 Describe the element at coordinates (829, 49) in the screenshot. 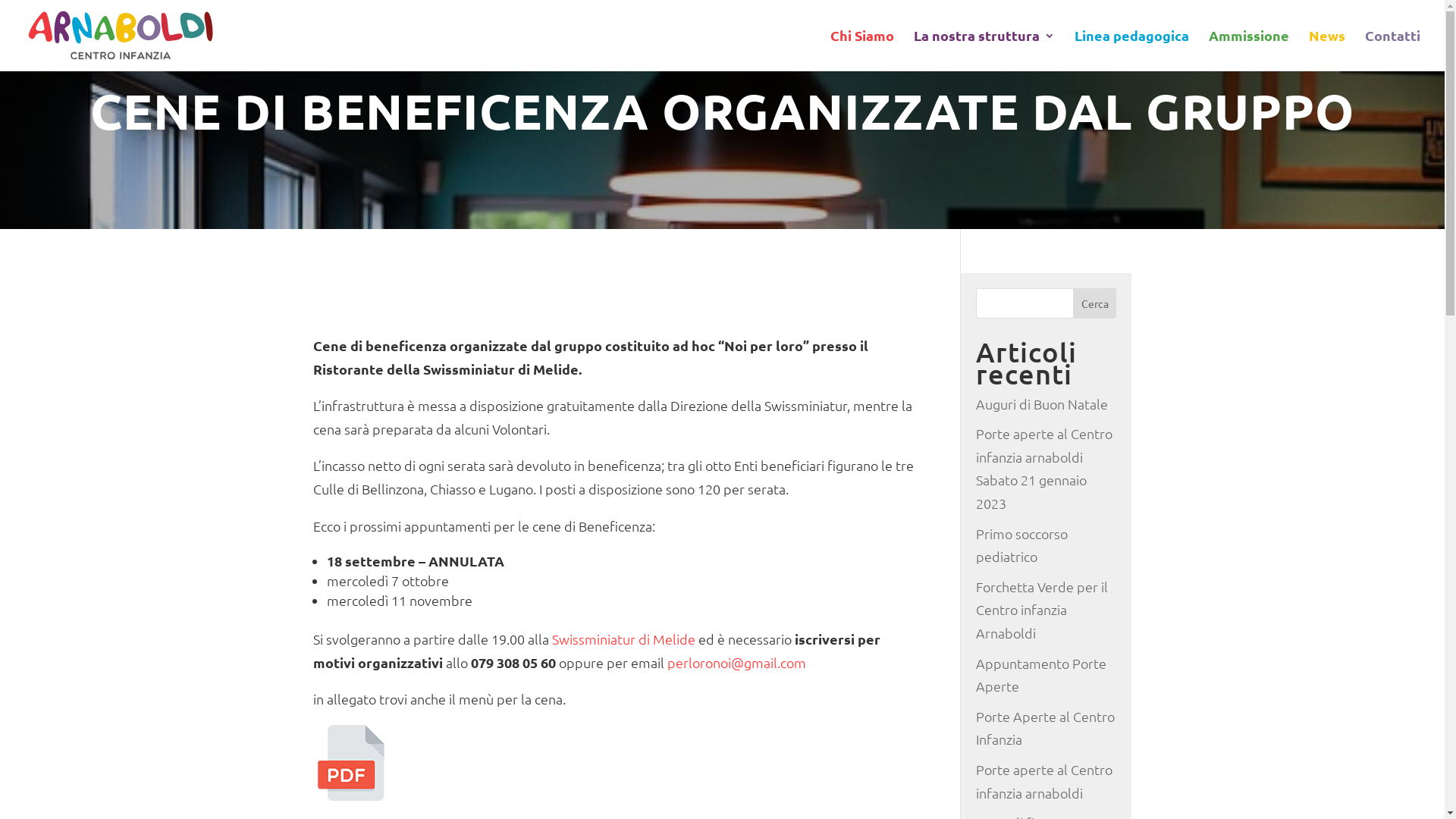

I see `'Chi Siamo'` at that location.